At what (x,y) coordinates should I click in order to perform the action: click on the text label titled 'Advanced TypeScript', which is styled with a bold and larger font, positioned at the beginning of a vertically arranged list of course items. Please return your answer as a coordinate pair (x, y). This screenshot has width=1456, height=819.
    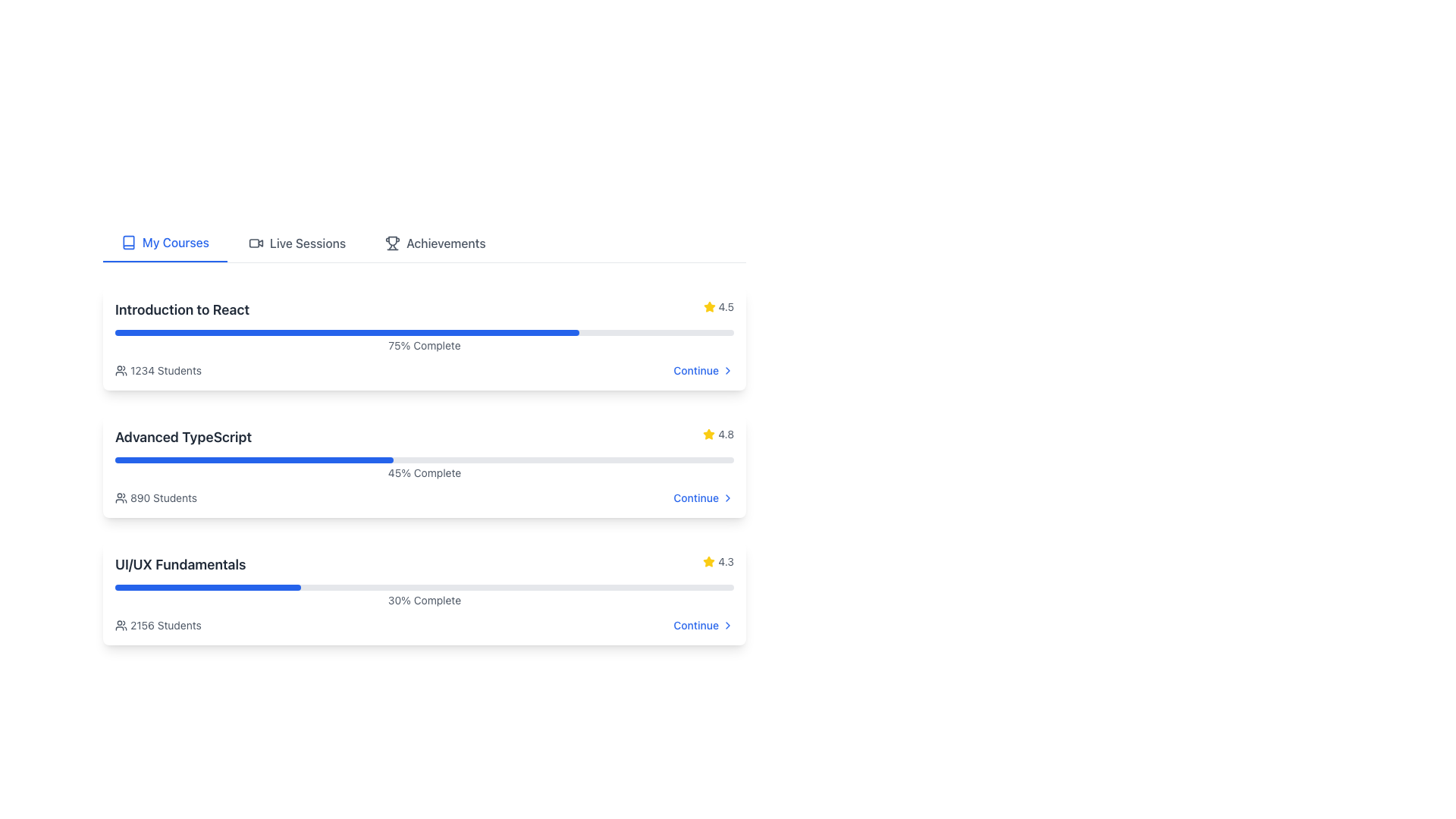
    Looking at the image, I should click on (183, 438).